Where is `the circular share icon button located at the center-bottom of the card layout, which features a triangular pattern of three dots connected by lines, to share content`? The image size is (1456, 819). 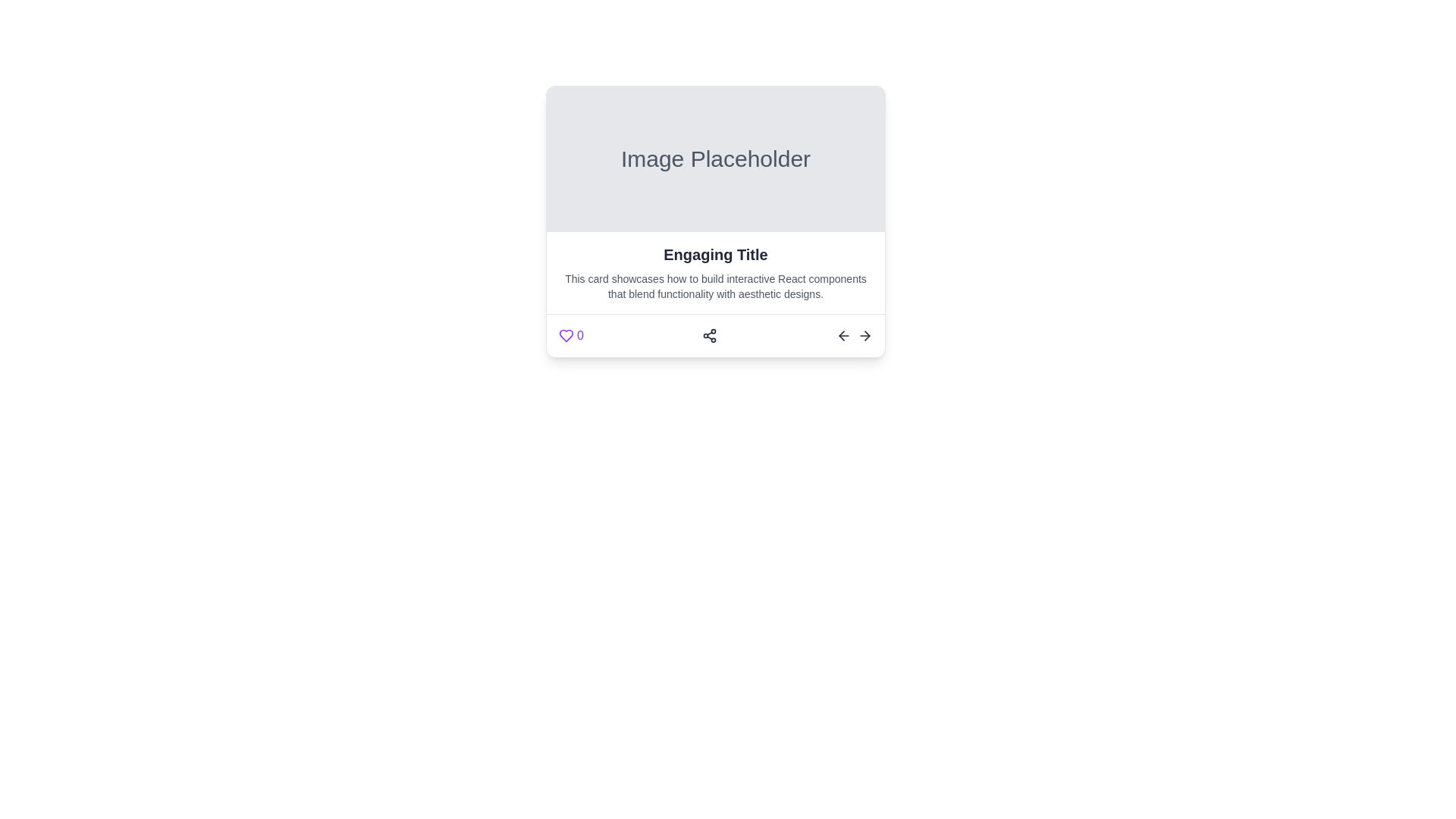 the circular share icon button located at the center-bottom of the card layout, which features a triangular pattern of three dots connected by lines, to share content is located at coordinates (709, 335).